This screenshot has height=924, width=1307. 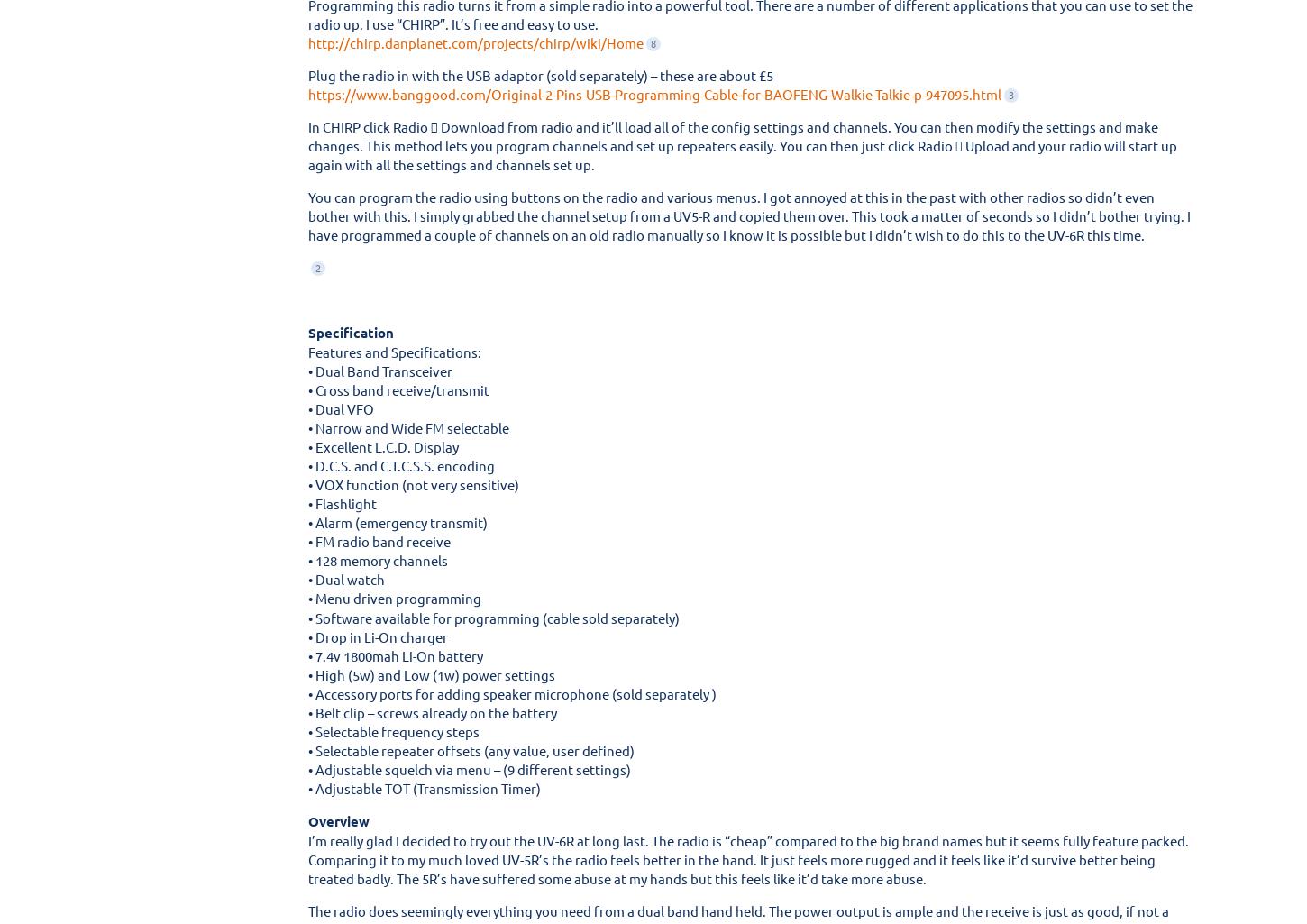 I want to click on '• Selectable repeater offsets (any value, user defined)', so click(x=308, y=748).